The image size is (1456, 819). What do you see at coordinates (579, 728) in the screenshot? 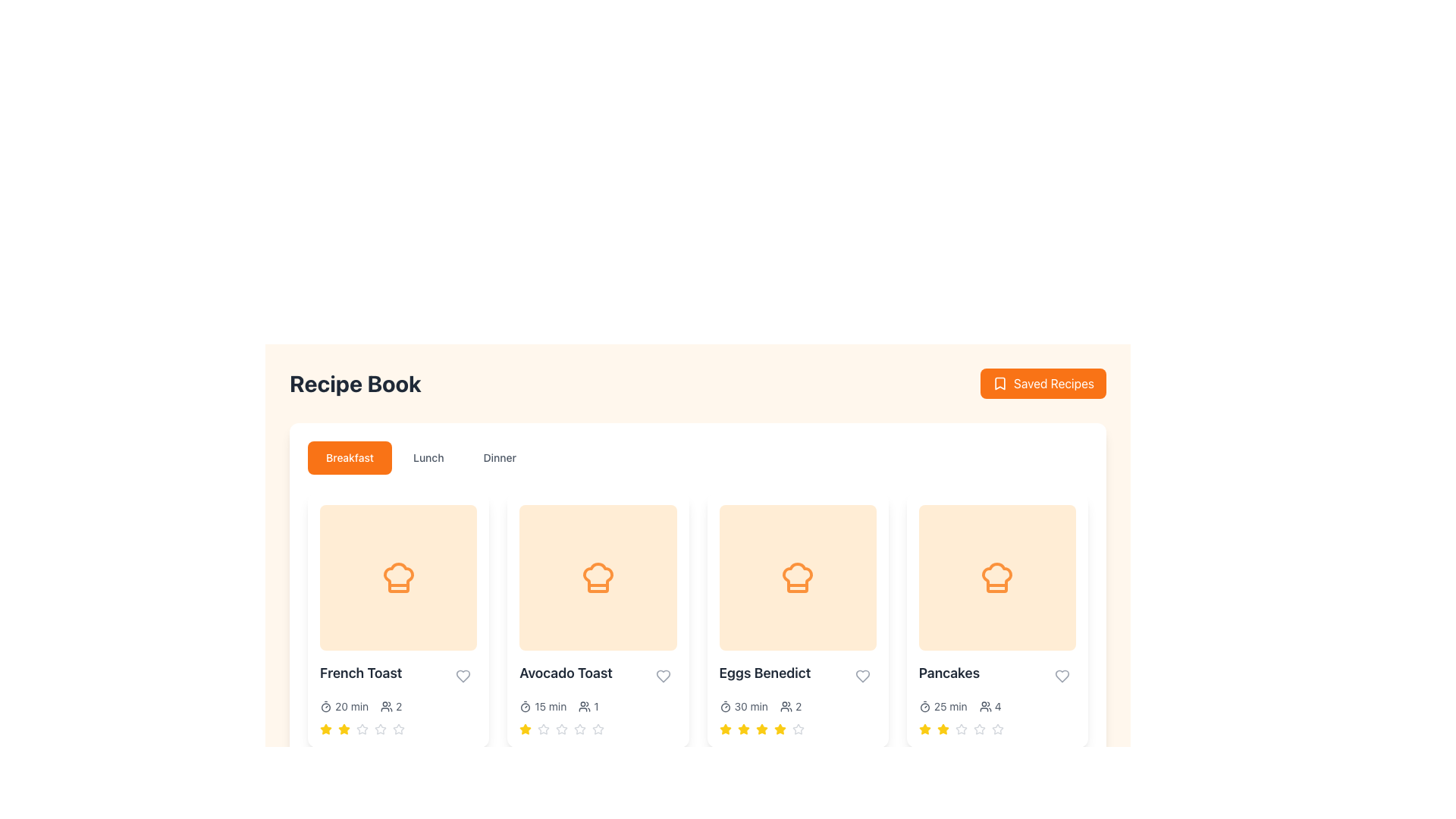
I see `the third star-shaped icon in the rating section below the 'Avocado Toast' recipe to rate it` at bounding box center [579, 728].